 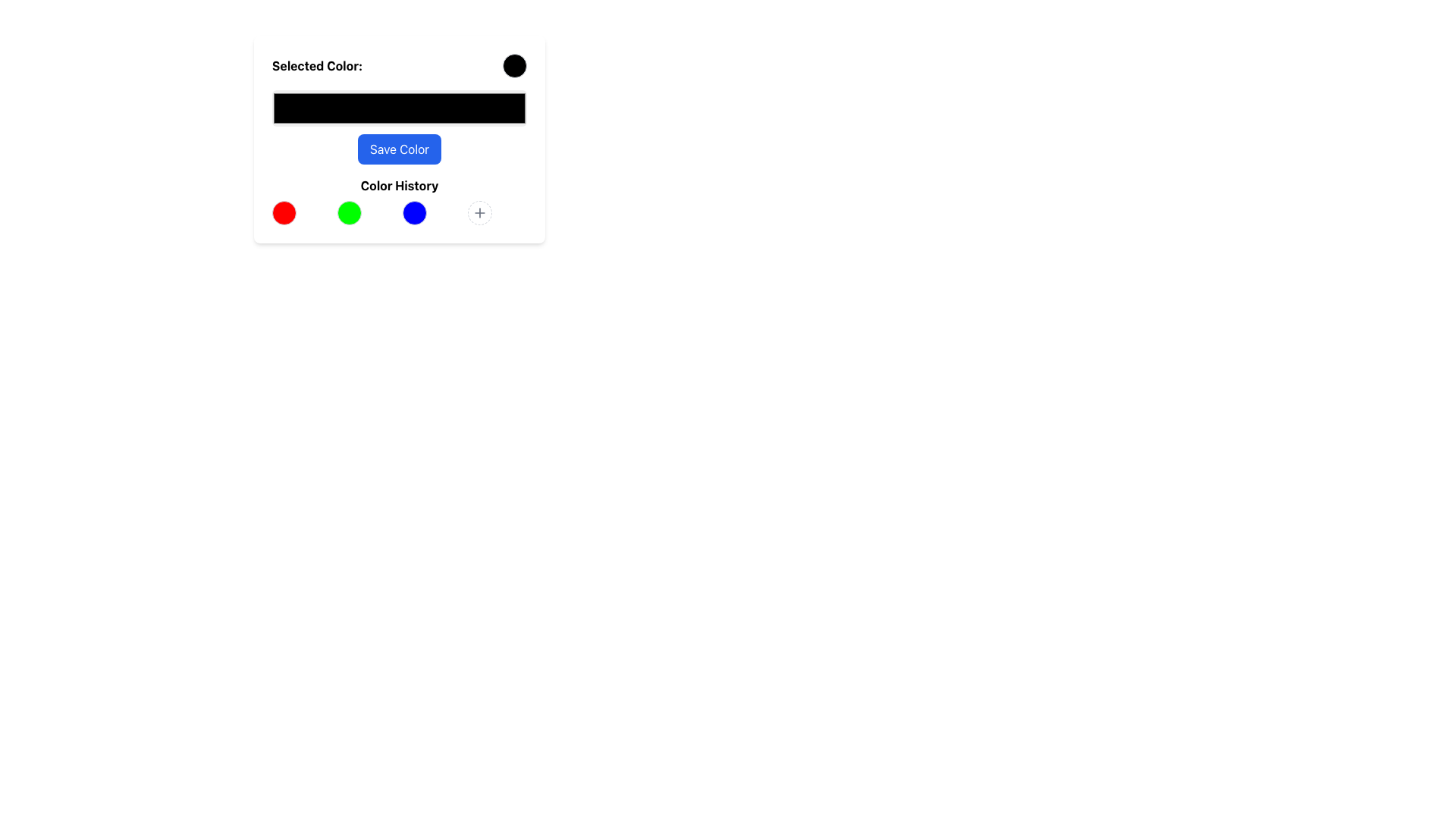 What do you see at coordinates (479, 213) in the screenshot?
I see `the fourth button with an icon in the 'Color History' section` at bounding box center [479, 213].